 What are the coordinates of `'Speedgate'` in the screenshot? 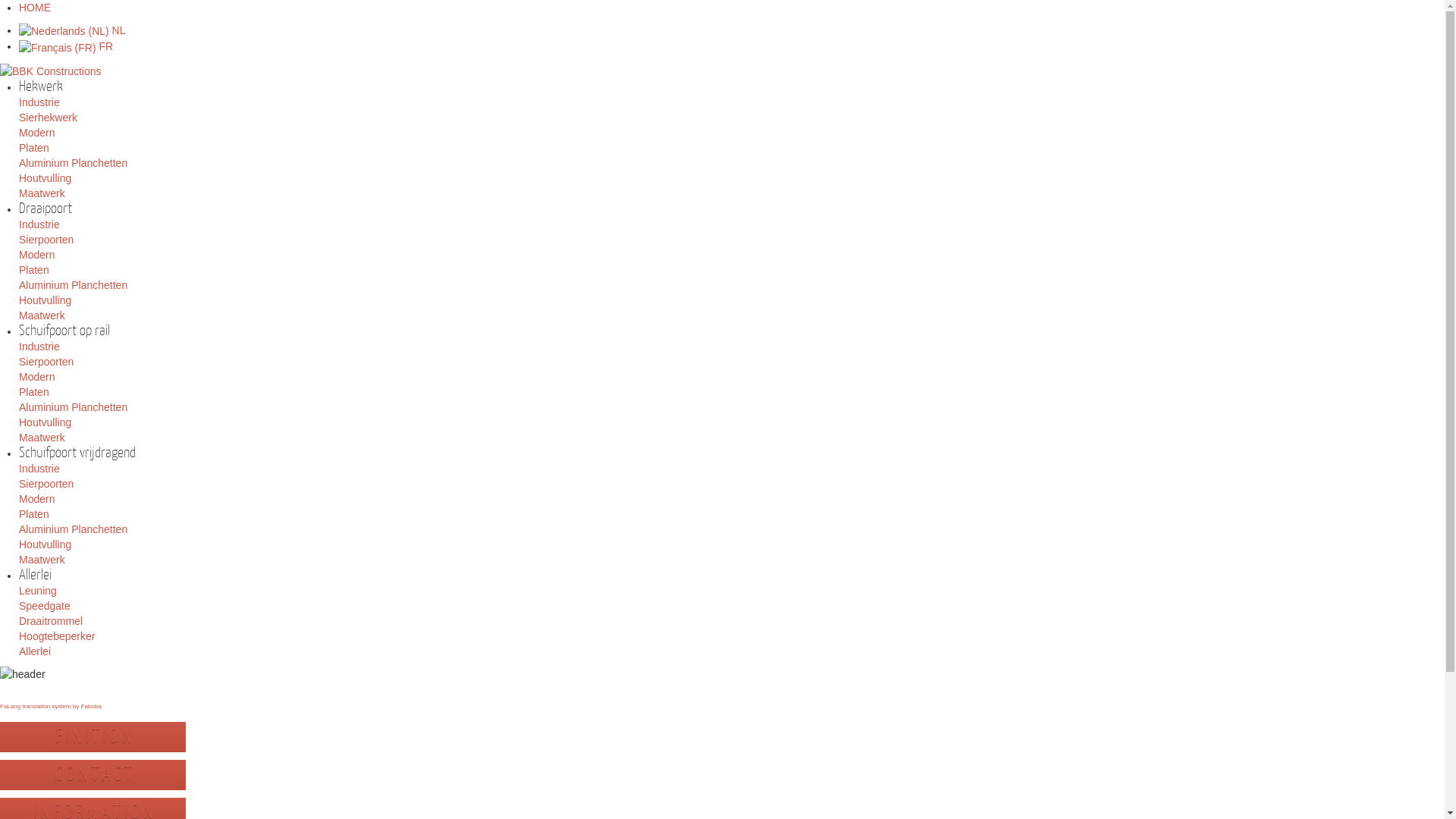 It's located at (44, 604).